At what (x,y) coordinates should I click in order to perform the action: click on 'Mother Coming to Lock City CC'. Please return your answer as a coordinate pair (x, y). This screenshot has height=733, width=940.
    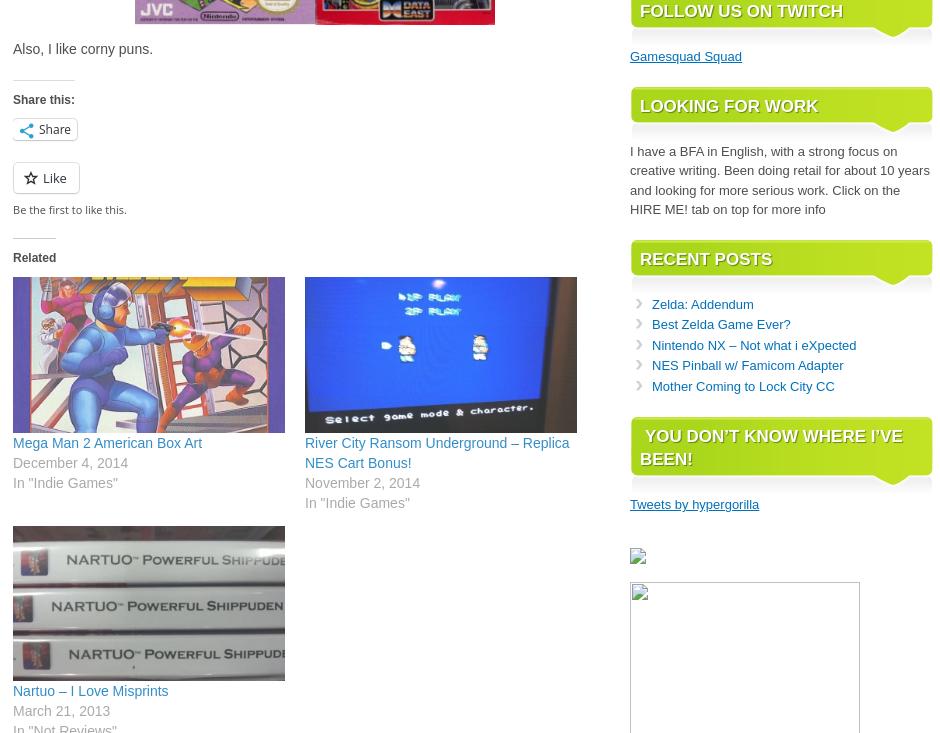
    Looking at the image, I should click on (742, 385).